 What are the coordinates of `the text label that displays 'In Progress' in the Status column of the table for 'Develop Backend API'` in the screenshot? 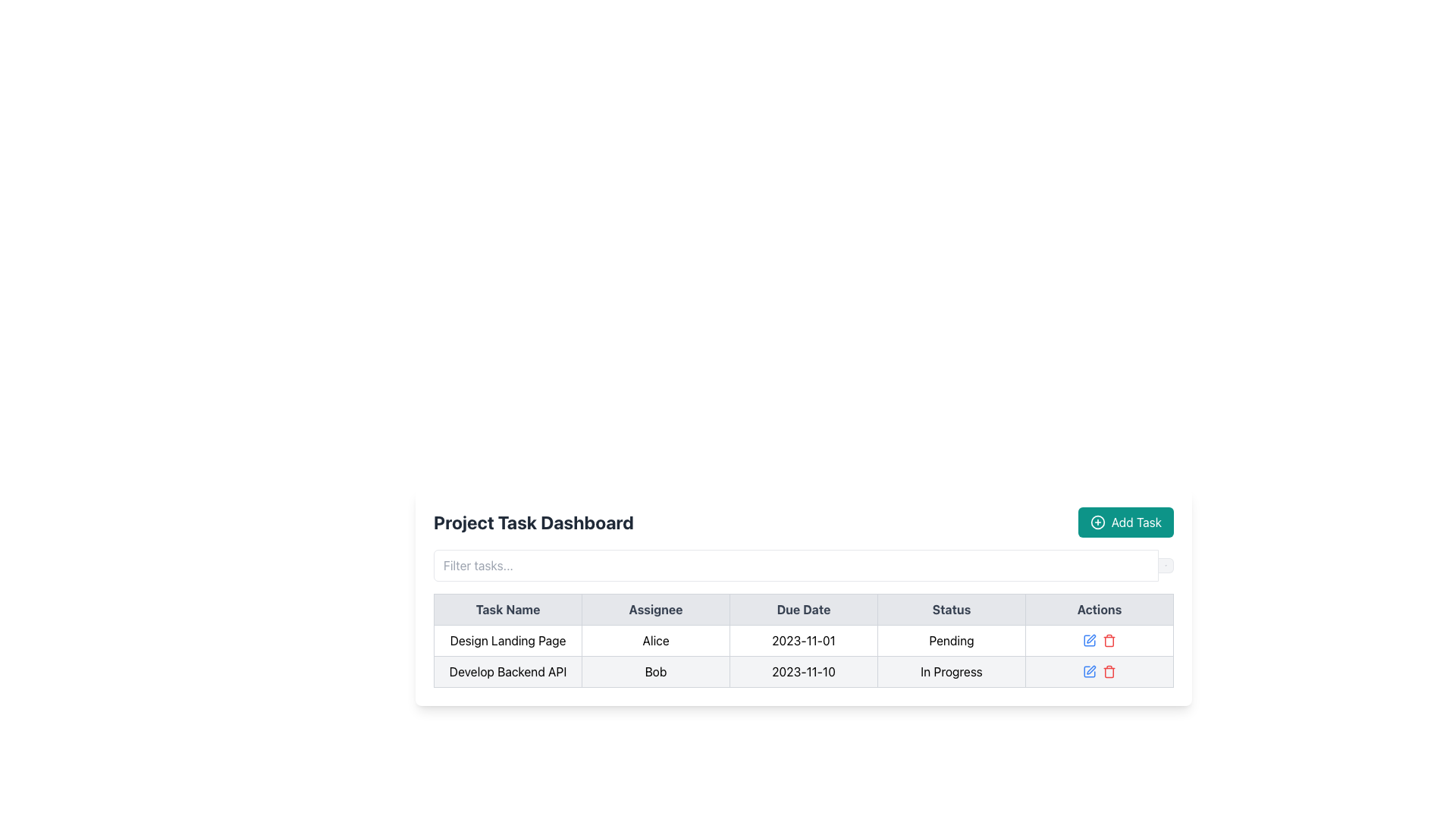 It's located at (950, 671).